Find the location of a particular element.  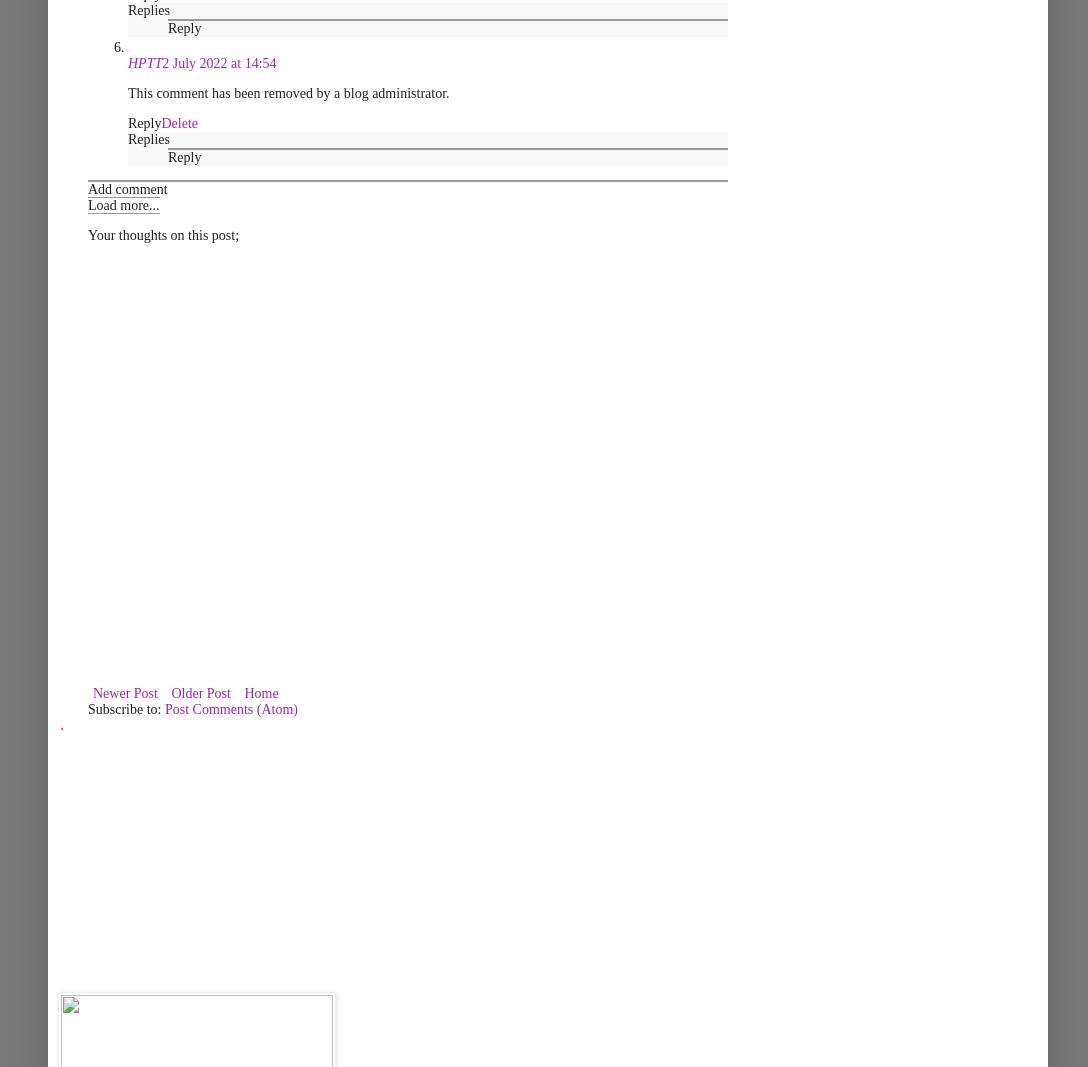

'Your thoughts on this post;' is located at coordinates (162, 235).